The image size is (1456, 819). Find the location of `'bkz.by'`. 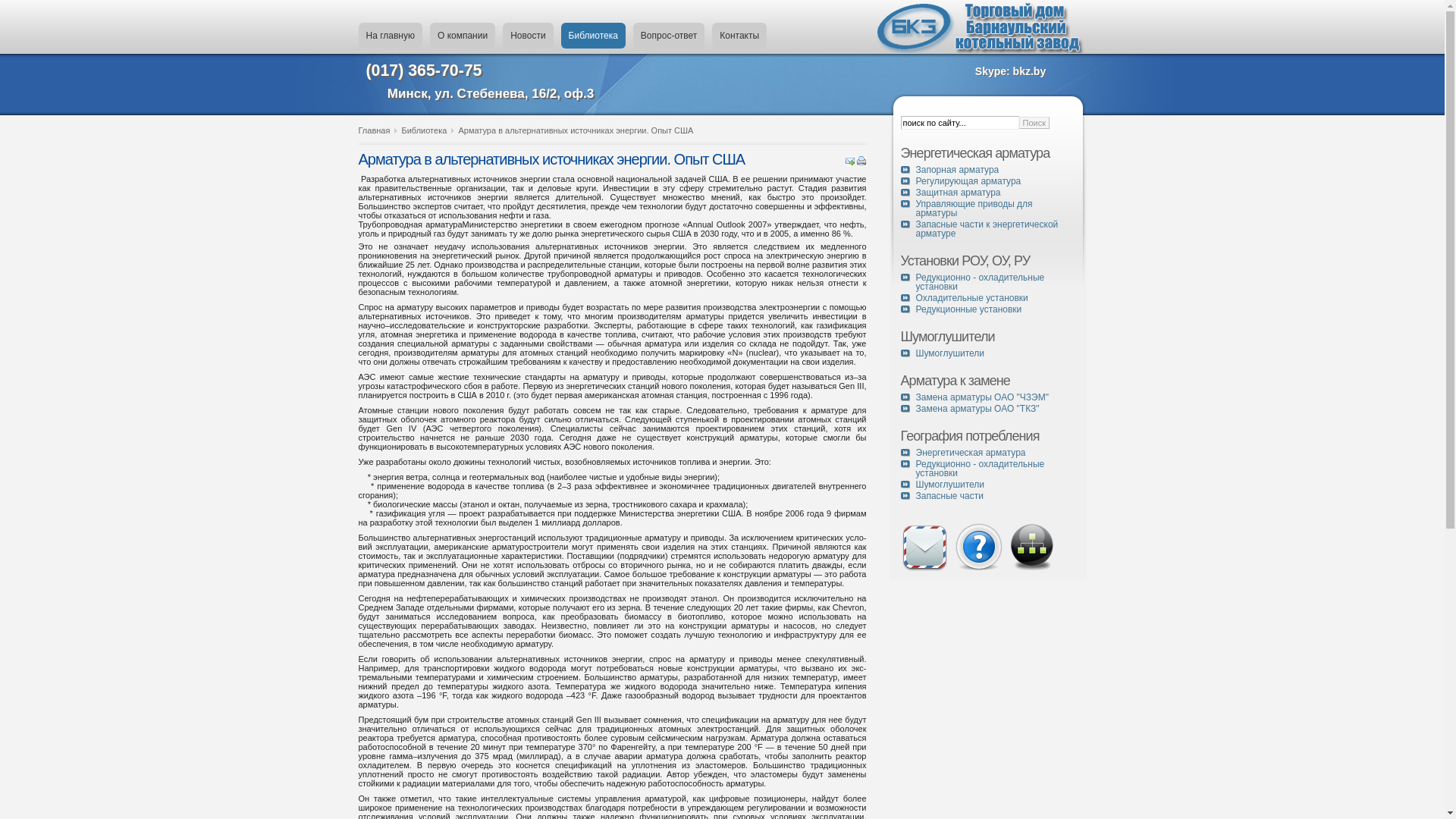

'bkz.by' is located at coordinates (1030, 71).